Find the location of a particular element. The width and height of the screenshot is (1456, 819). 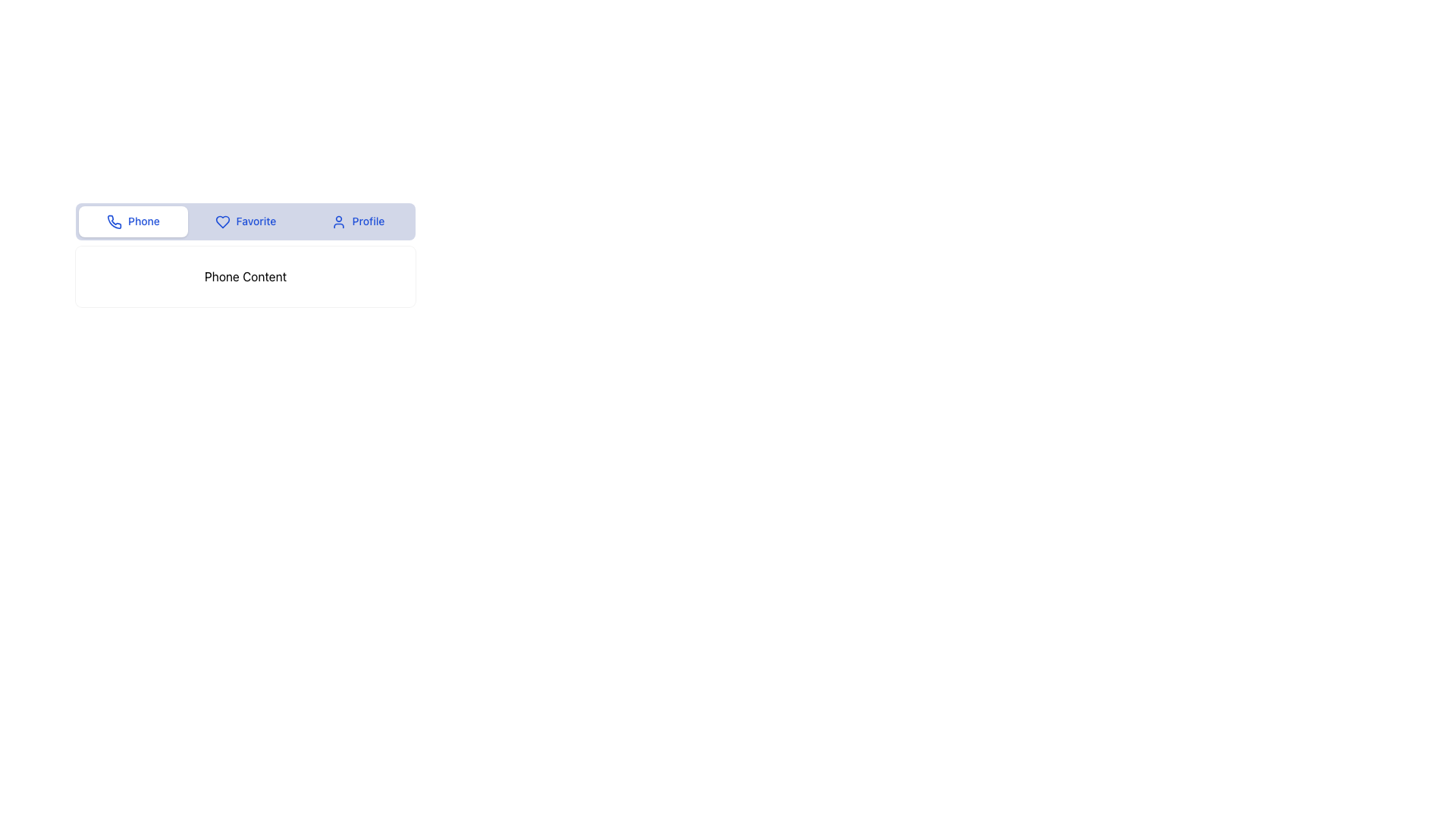

the 'Favorite' icon located centrally inside the 'Favorite' tab, which is the second tab from the left in the horizontal tab list is located at coordinates (221, 222).